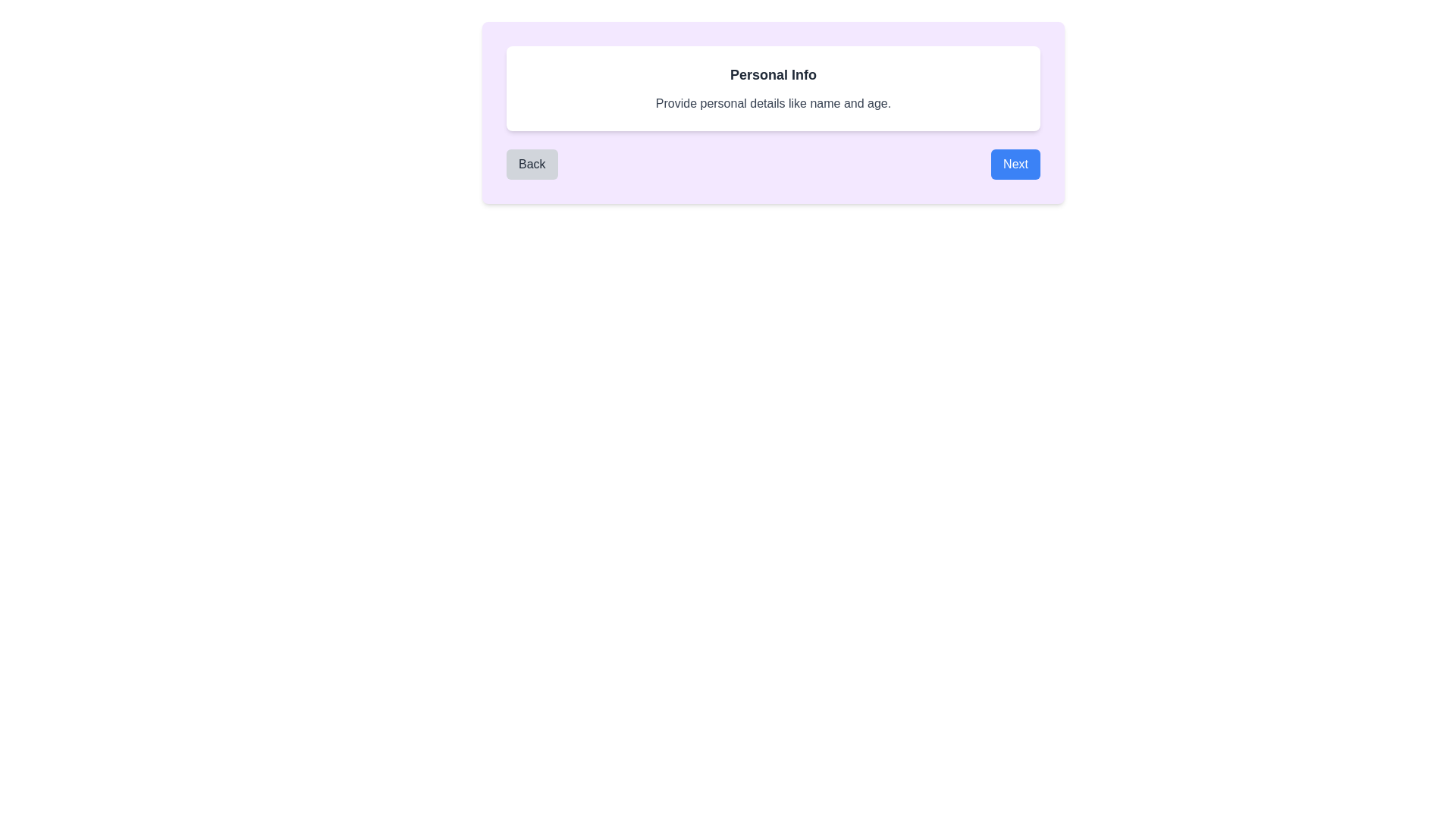 This screenshot has width=1456, height=819. What do you see at coordinates (531, 164) in the screenshot?
I see `the 'Back' button to navigate to the previous page` at bounding box center [531, 164].